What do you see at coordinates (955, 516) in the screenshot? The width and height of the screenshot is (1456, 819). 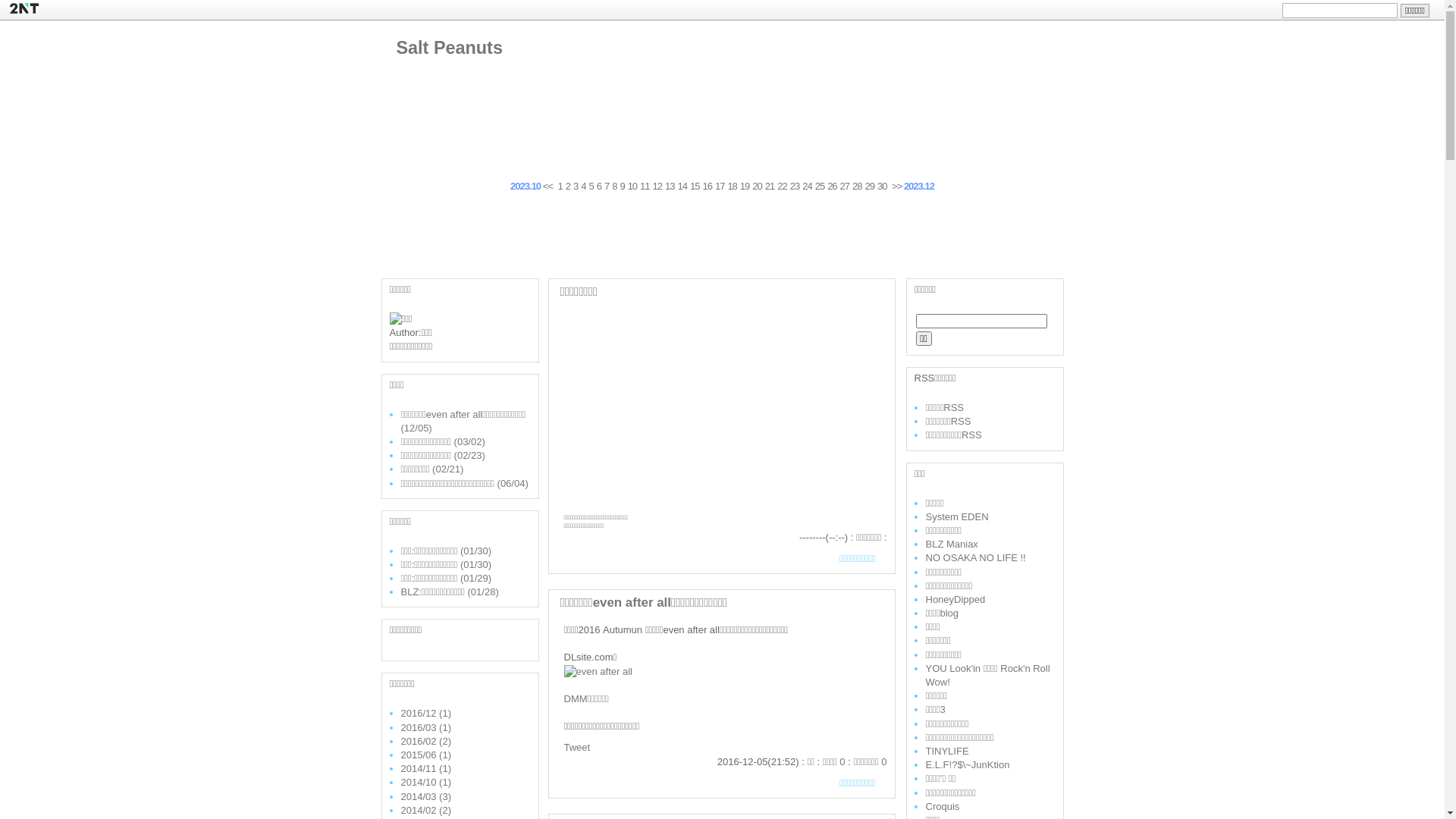 I see `'System EDEN'` at bounding box center [955, 516].